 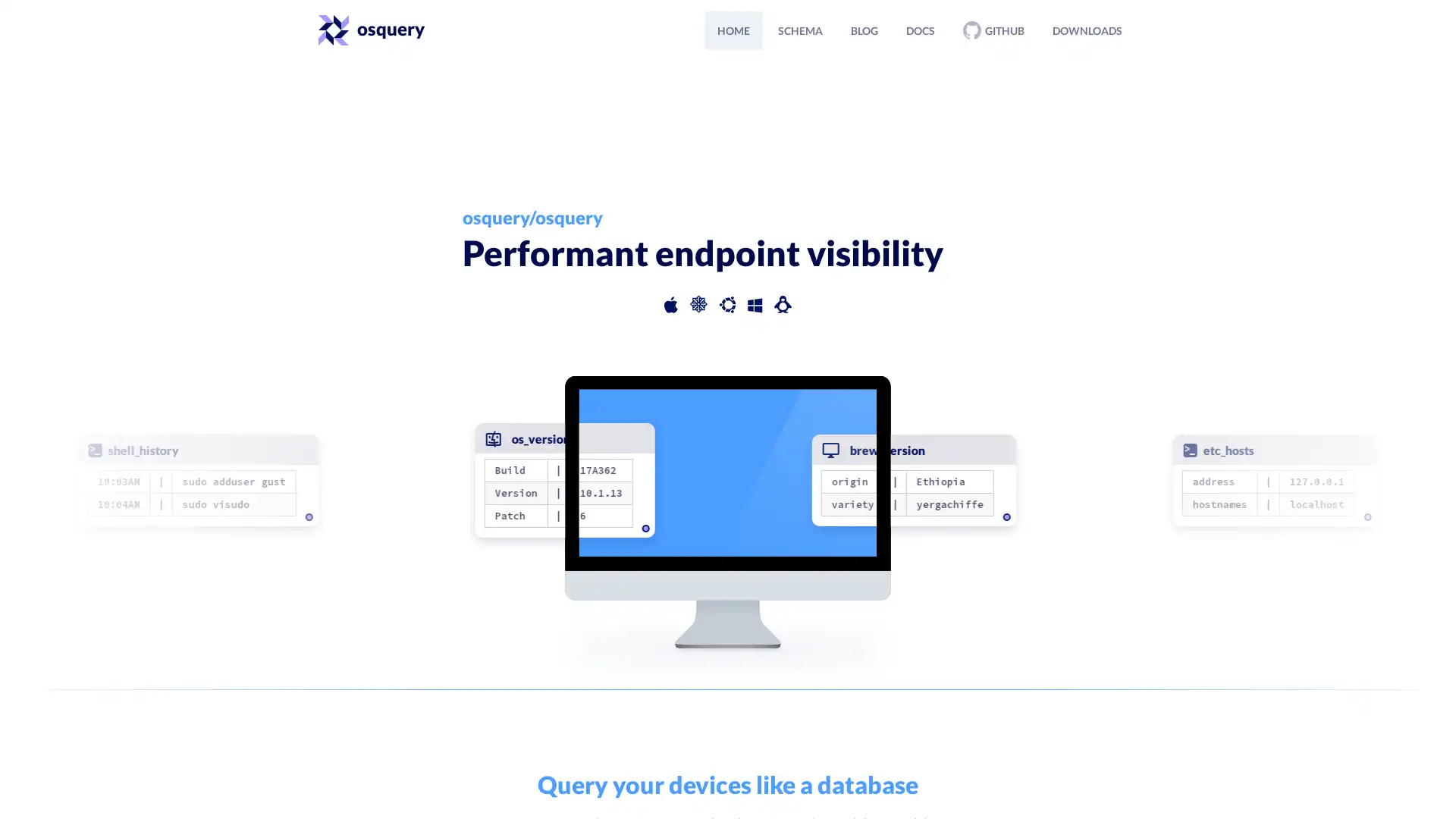 What do you see at coordinates (920, 30) in the screenshot?
I see `DOCS` at bounding box center [920, 30].